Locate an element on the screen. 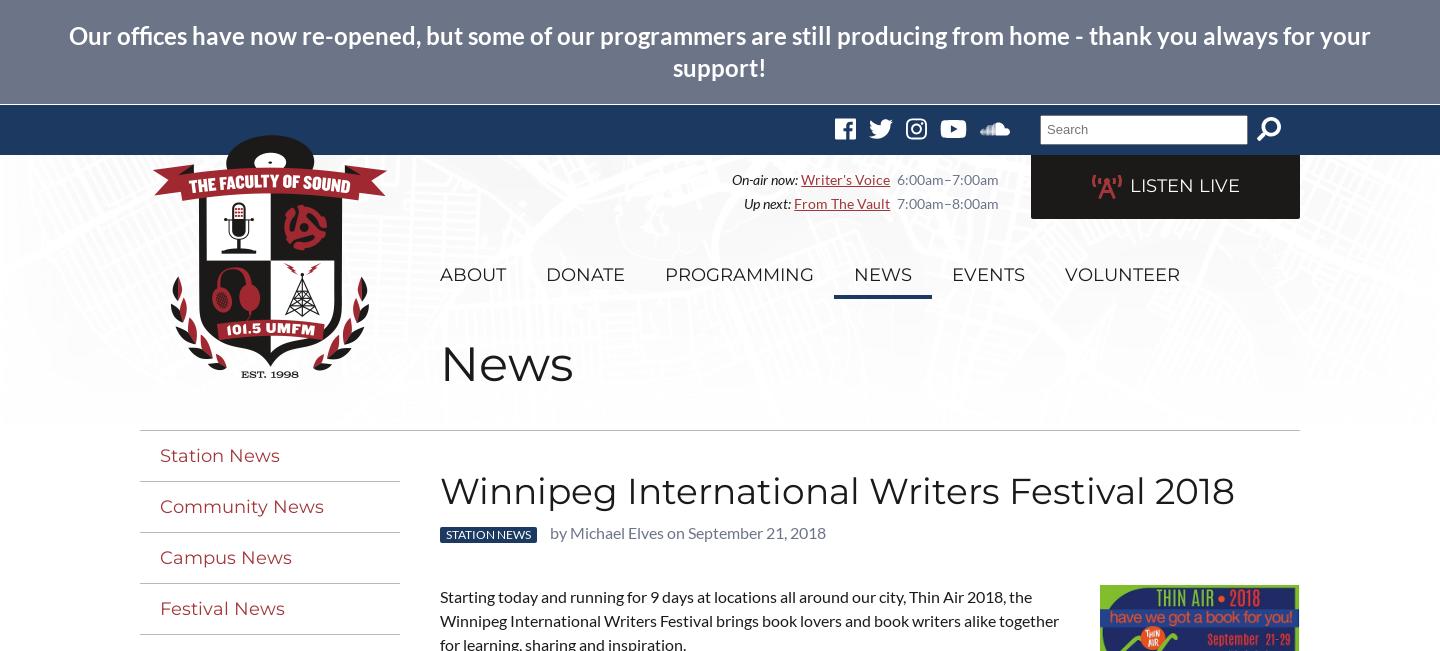  'About' is located at coordinates (473, 274).